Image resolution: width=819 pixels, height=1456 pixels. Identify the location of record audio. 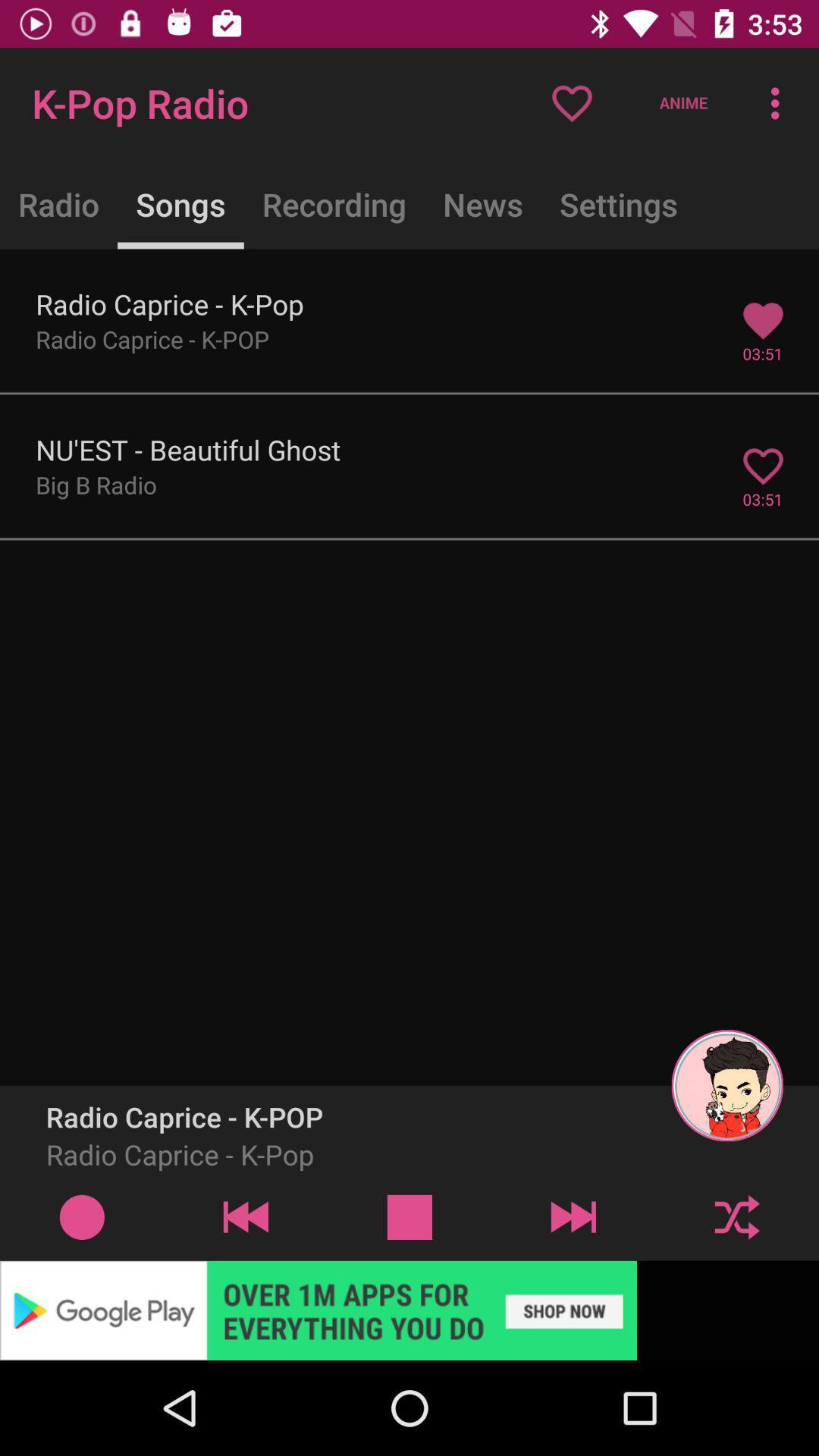
(82, 1216).